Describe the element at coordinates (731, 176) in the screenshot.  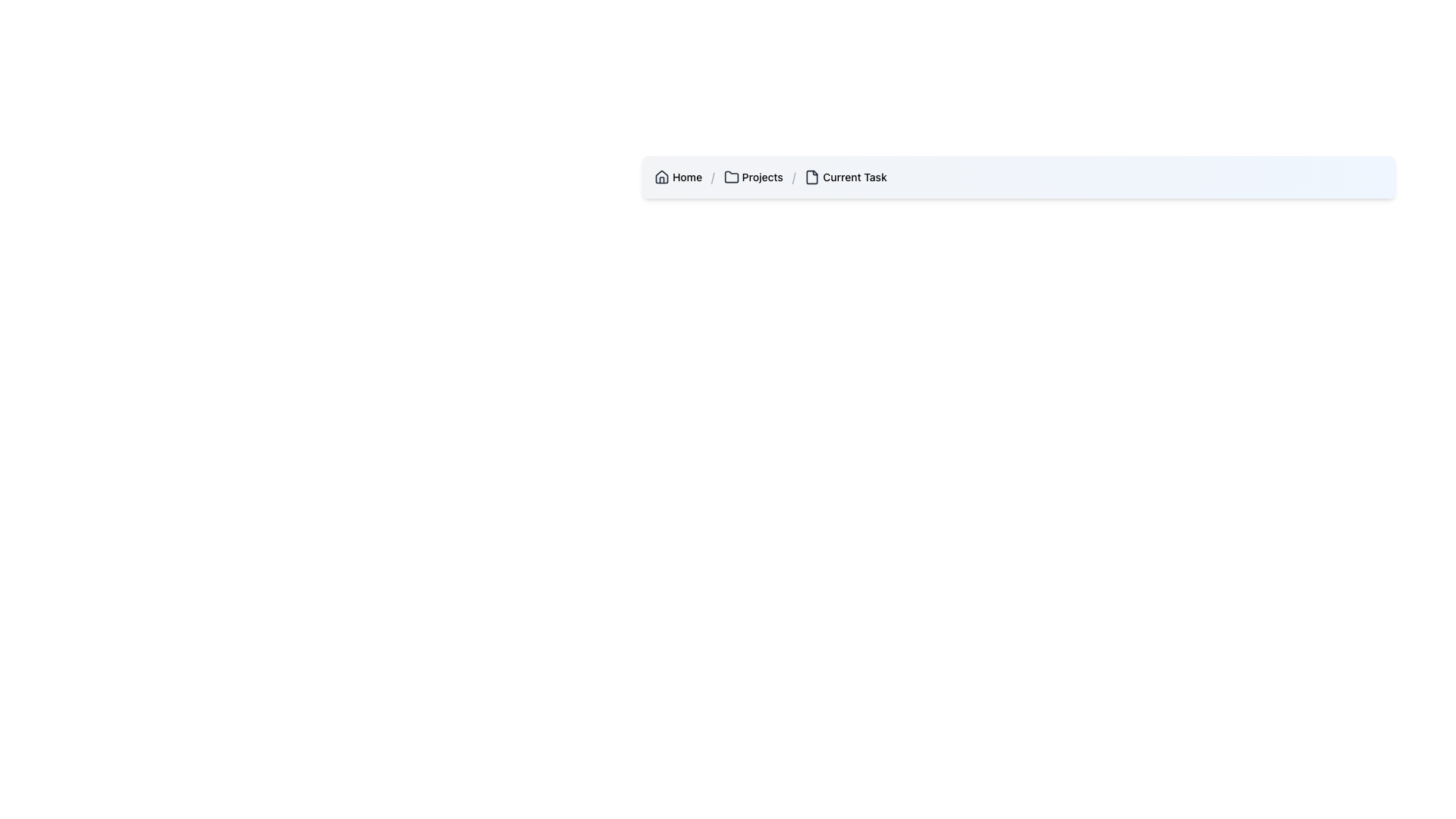
I see `the folder icon representing the 'Projects' section in the breadcrumb navigation` at that location.